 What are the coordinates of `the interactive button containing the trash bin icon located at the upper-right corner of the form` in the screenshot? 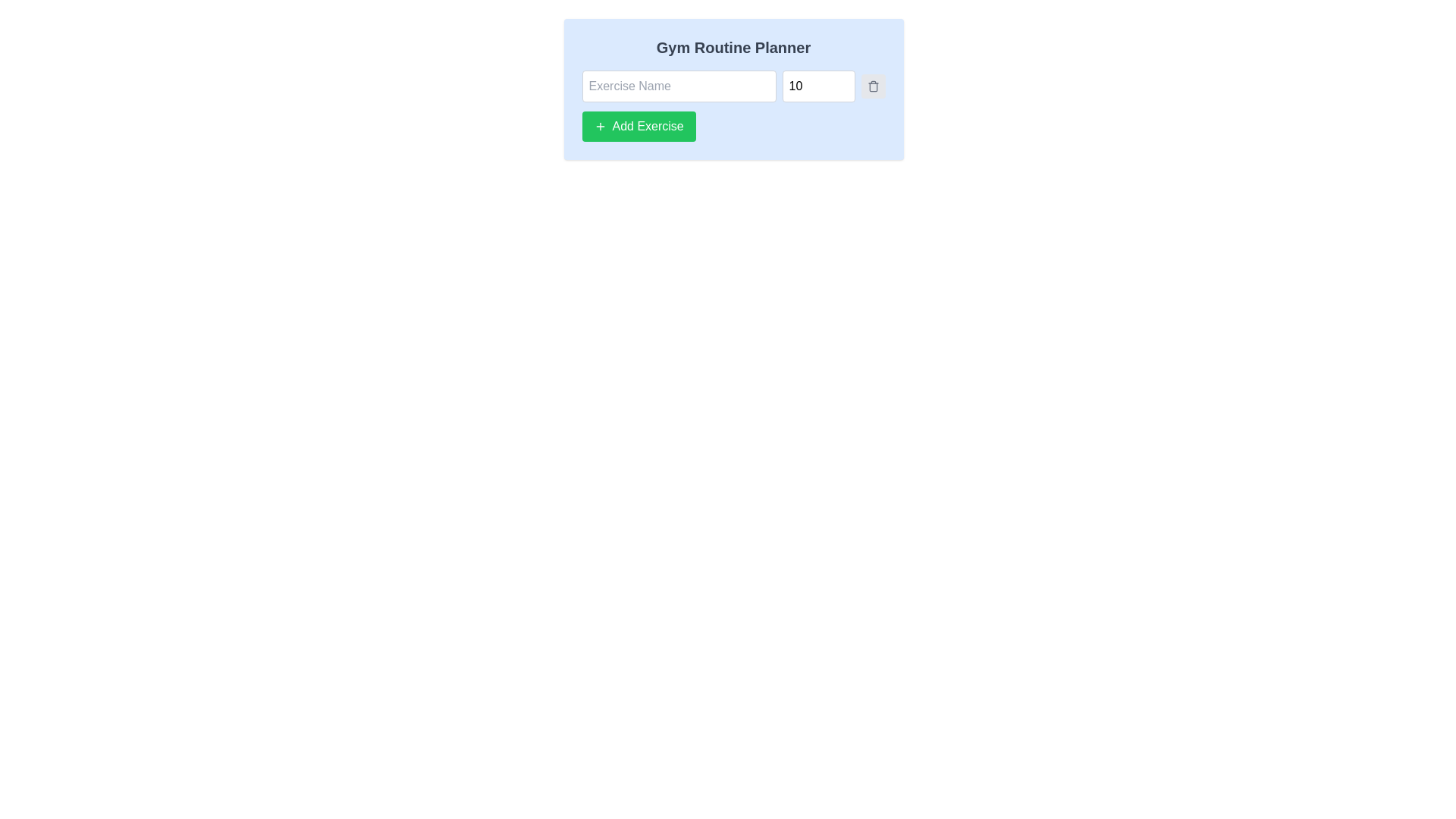 It's located at (873, 86).